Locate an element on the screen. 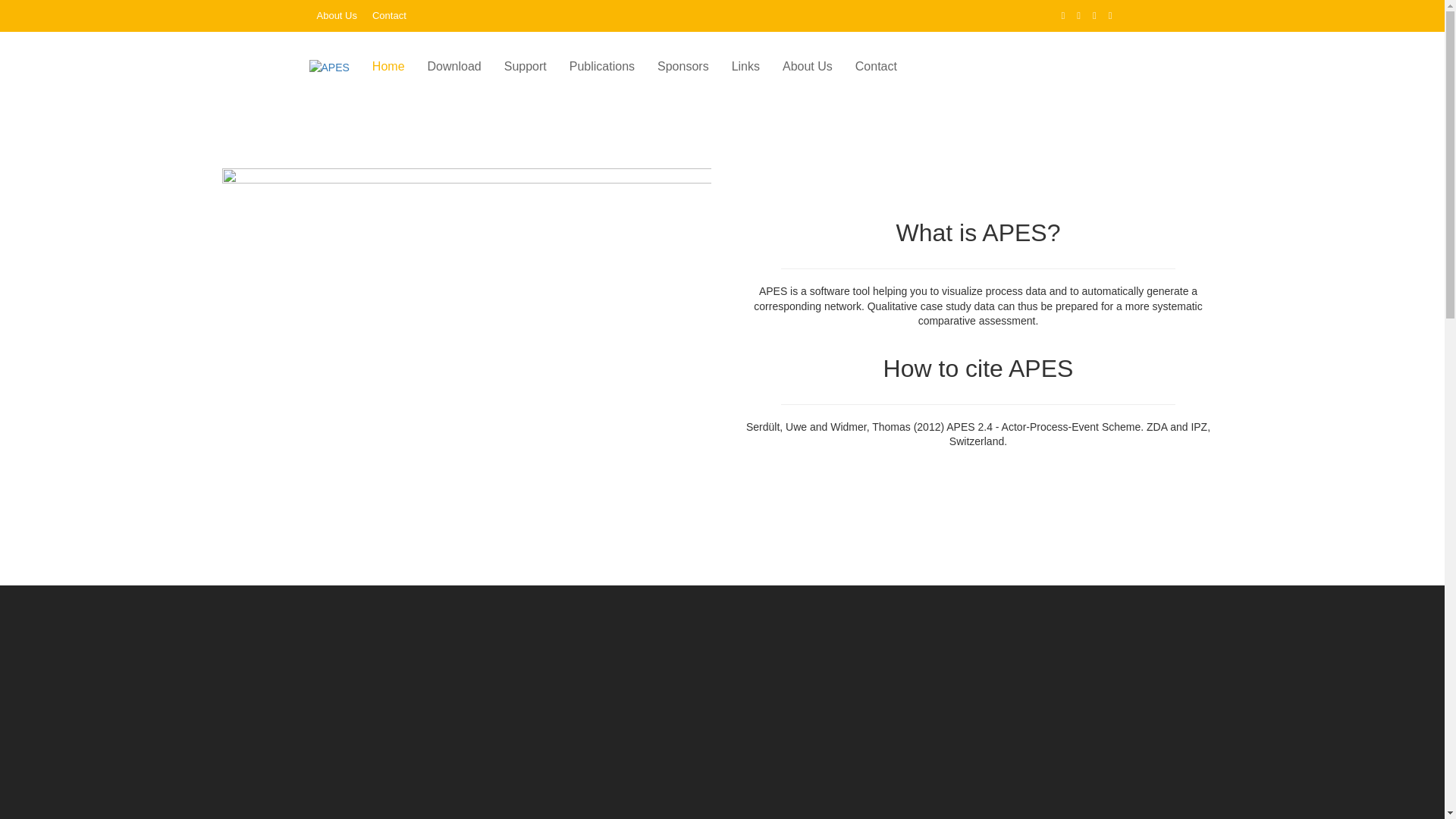  'Sponsors' is located at coordinates (682, 66).